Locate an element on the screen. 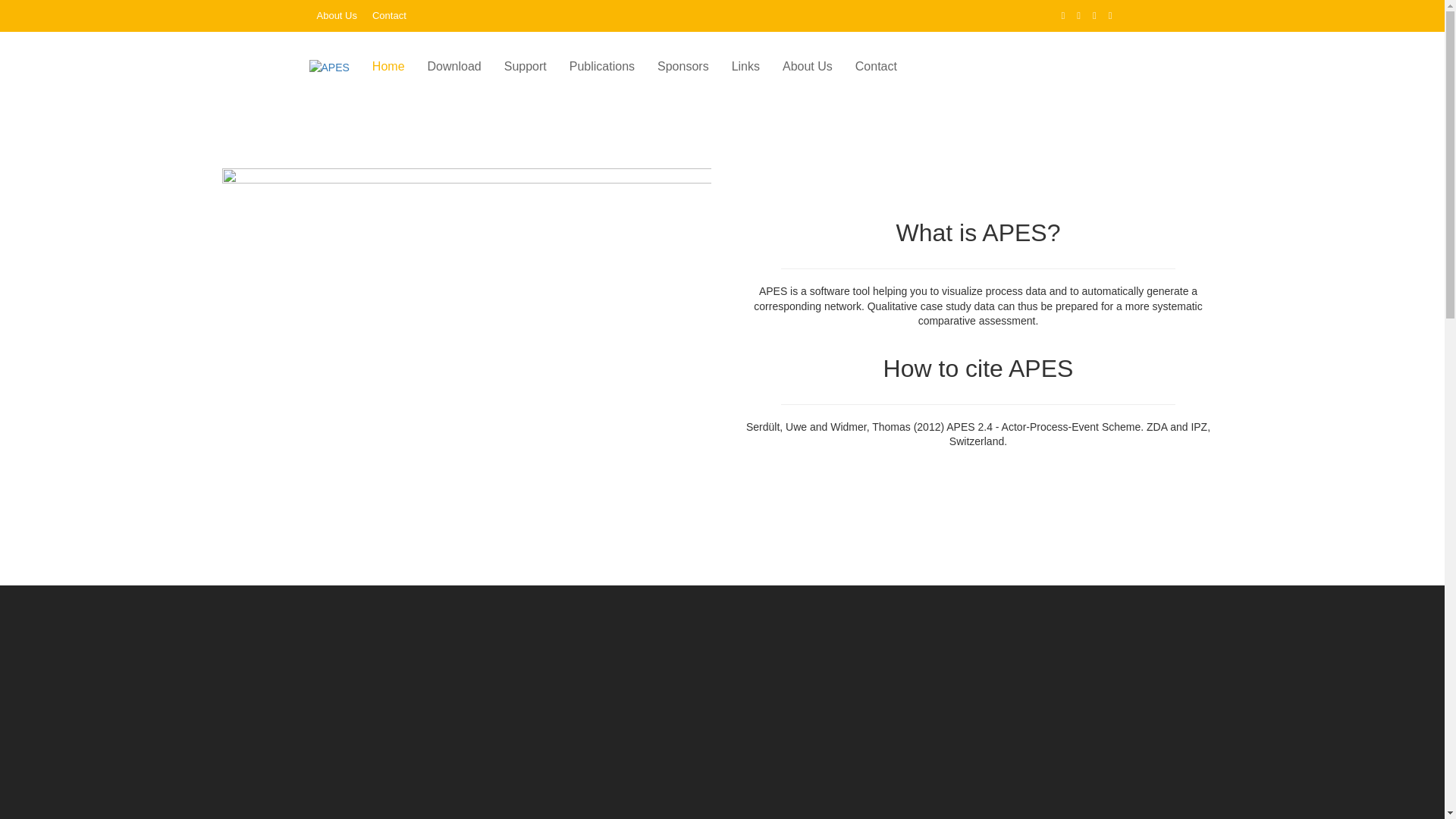  'Sponsors' is located at coordinates (682, 66).